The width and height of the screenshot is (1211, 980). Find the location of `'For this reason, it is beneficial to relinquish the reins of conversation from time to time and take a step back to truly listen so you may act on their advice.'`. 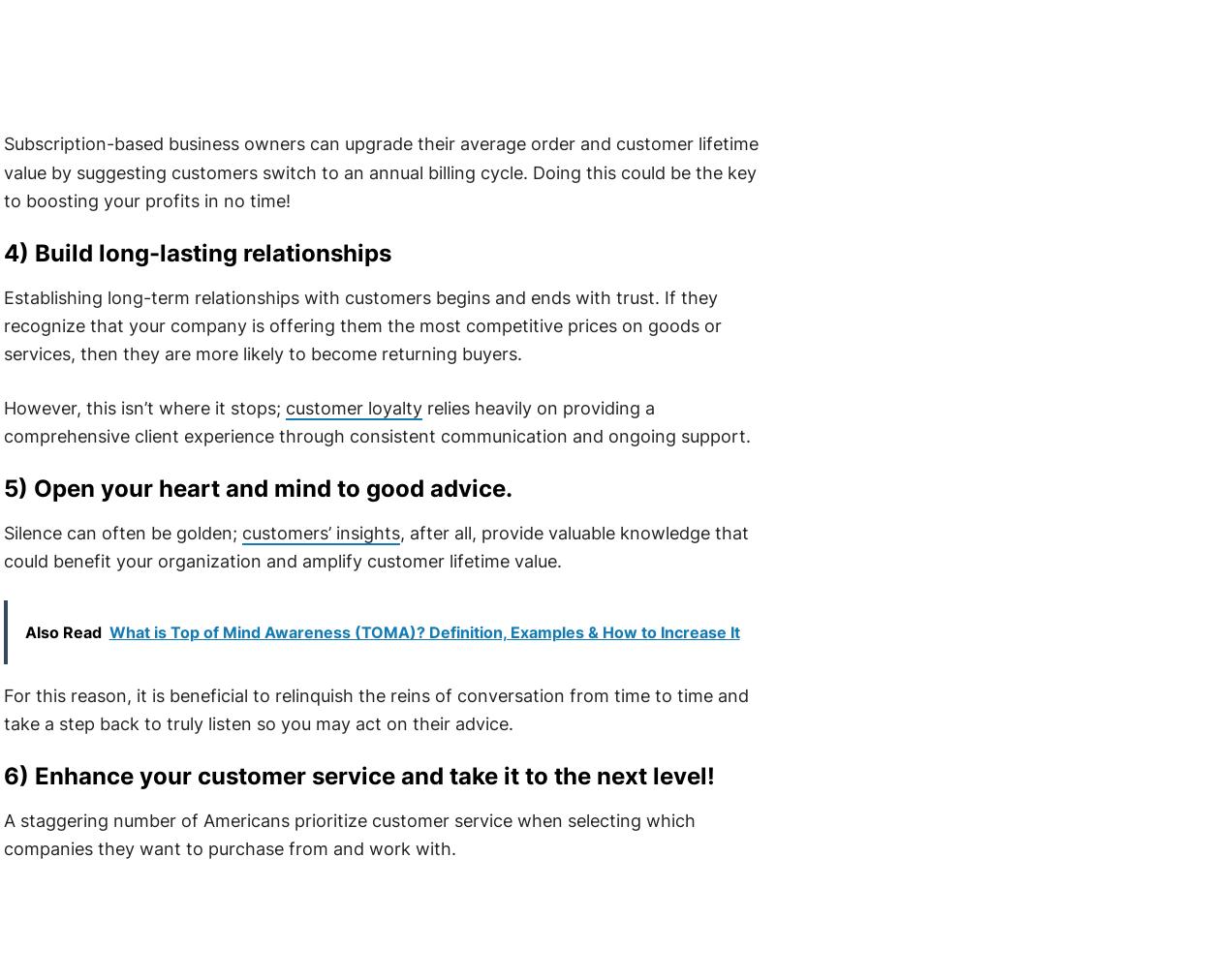

'For this reason, it is beneficial to relinquish the reins of conversation from time to time and take a step back to truly listen so you may act on their advice.' is located at coordinates (2, 708).